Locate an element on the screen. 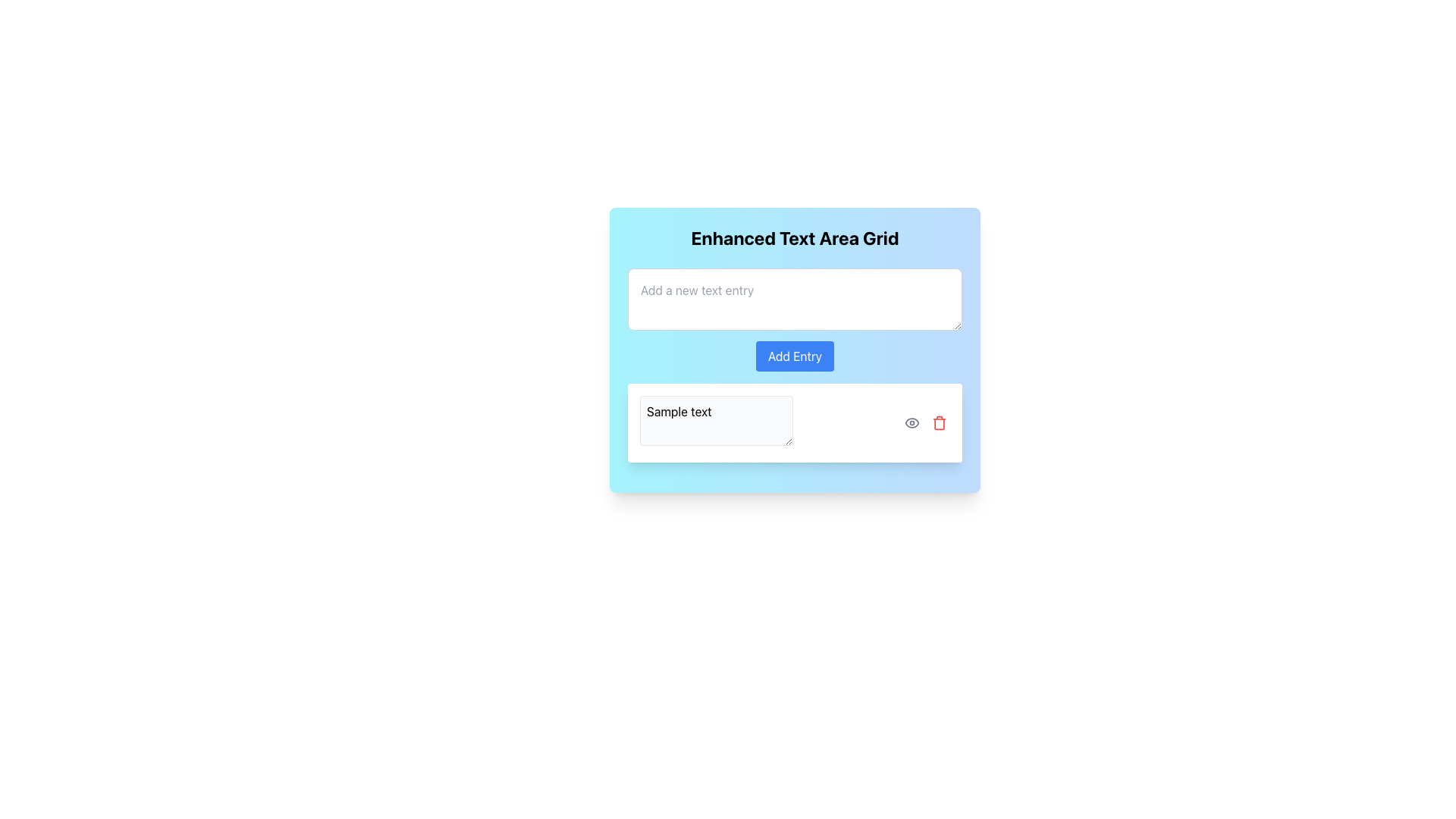 This screenshot has height=819, width=1456. the trash icon, which is the red icon on the right side of the composite UI element containing two interactive buttons, to confirm the delete action is located at coordinates (924, 423).